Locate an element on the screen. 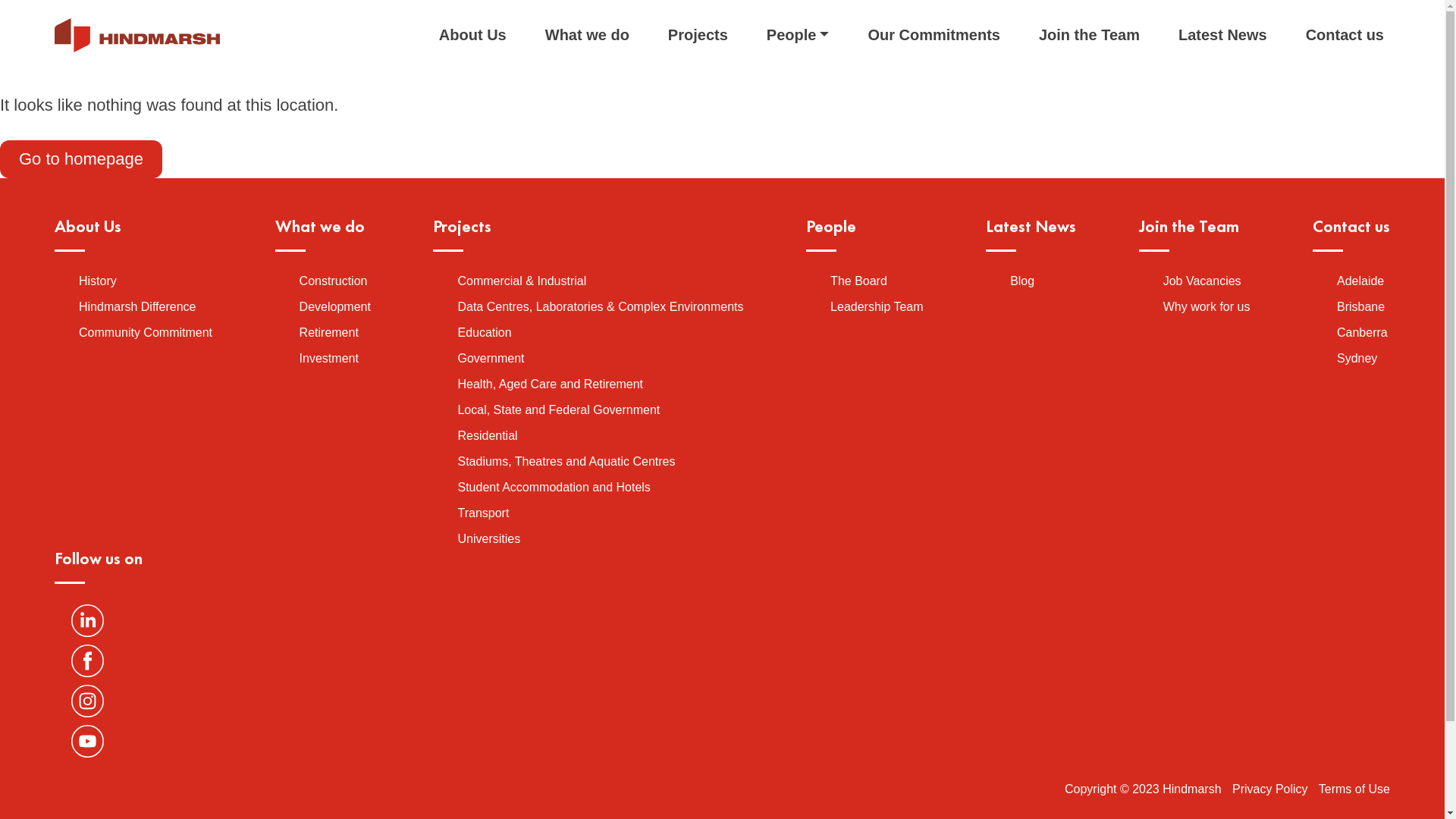 This screenshot has height=819, width=1456. 'Why work for us' is located at coordinates (1206, 306).